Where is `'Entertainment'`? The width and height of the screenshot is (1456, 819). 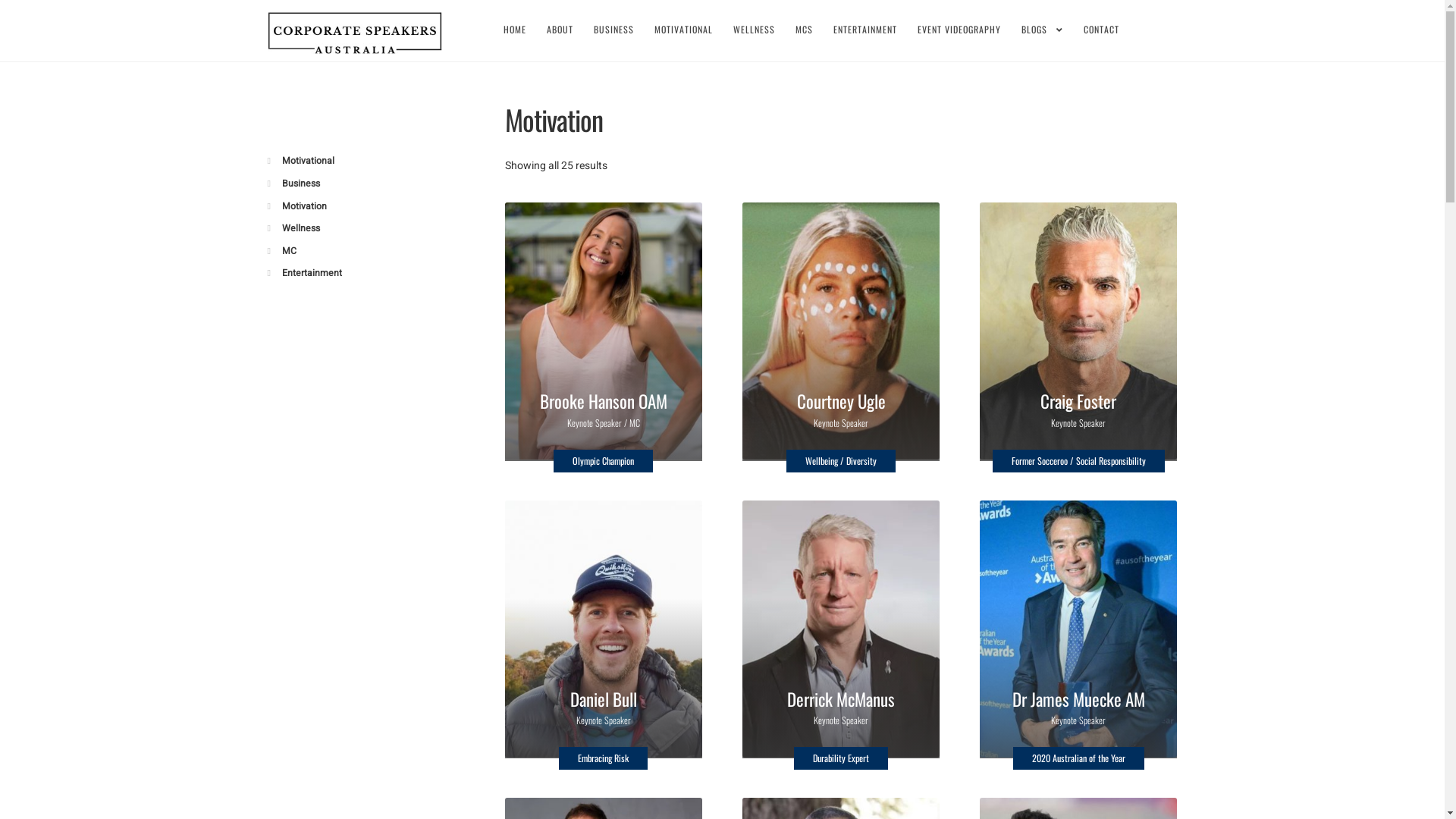
'Entertainment' is located at coordinates (282, 271).